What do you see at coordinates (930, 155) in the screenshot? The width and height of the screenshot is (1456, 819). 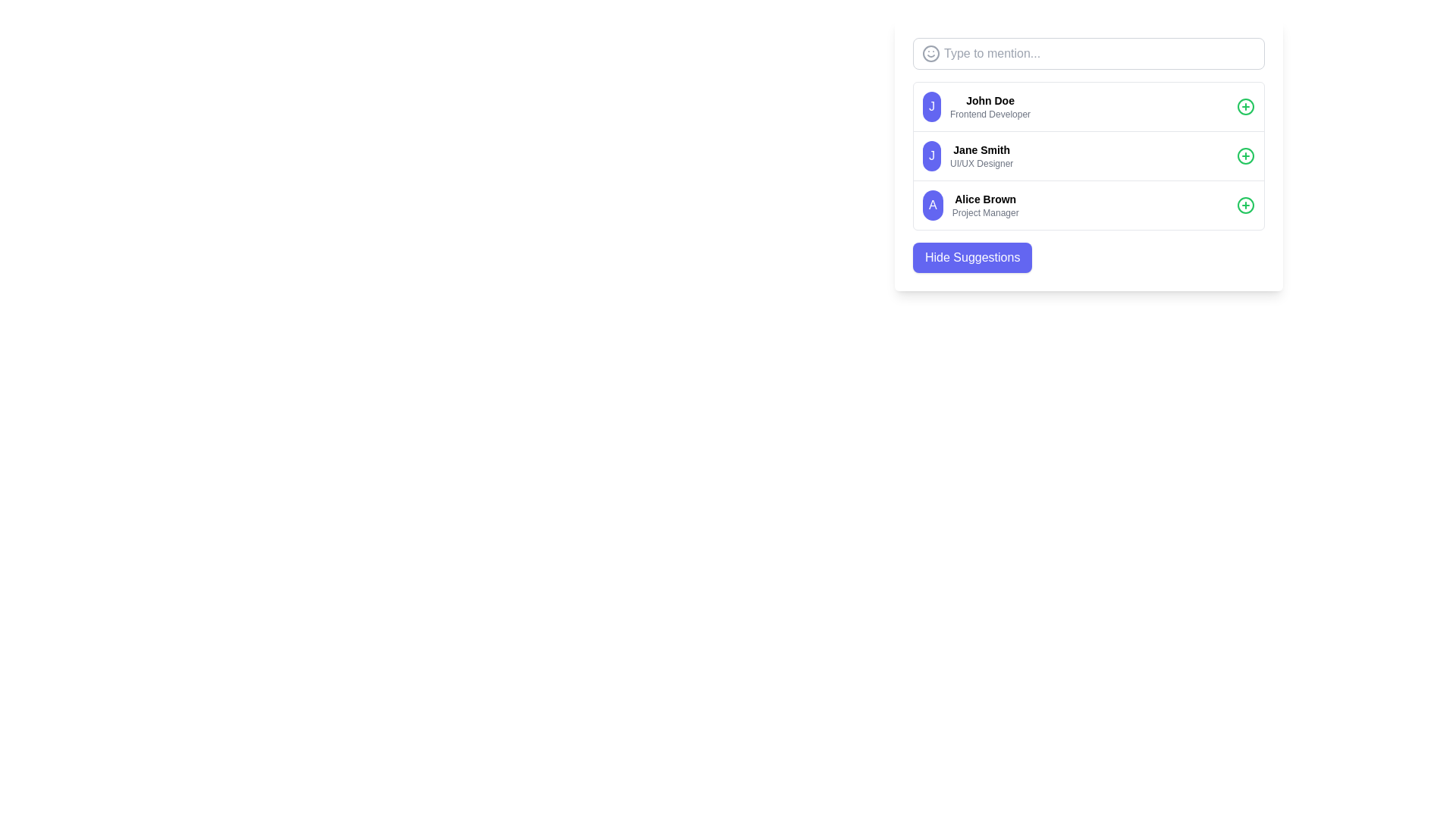 I see `the Avatar button representing 'Jane Smith' located in the top-right section of the layout for further actions` at bounding box center [930, 155].